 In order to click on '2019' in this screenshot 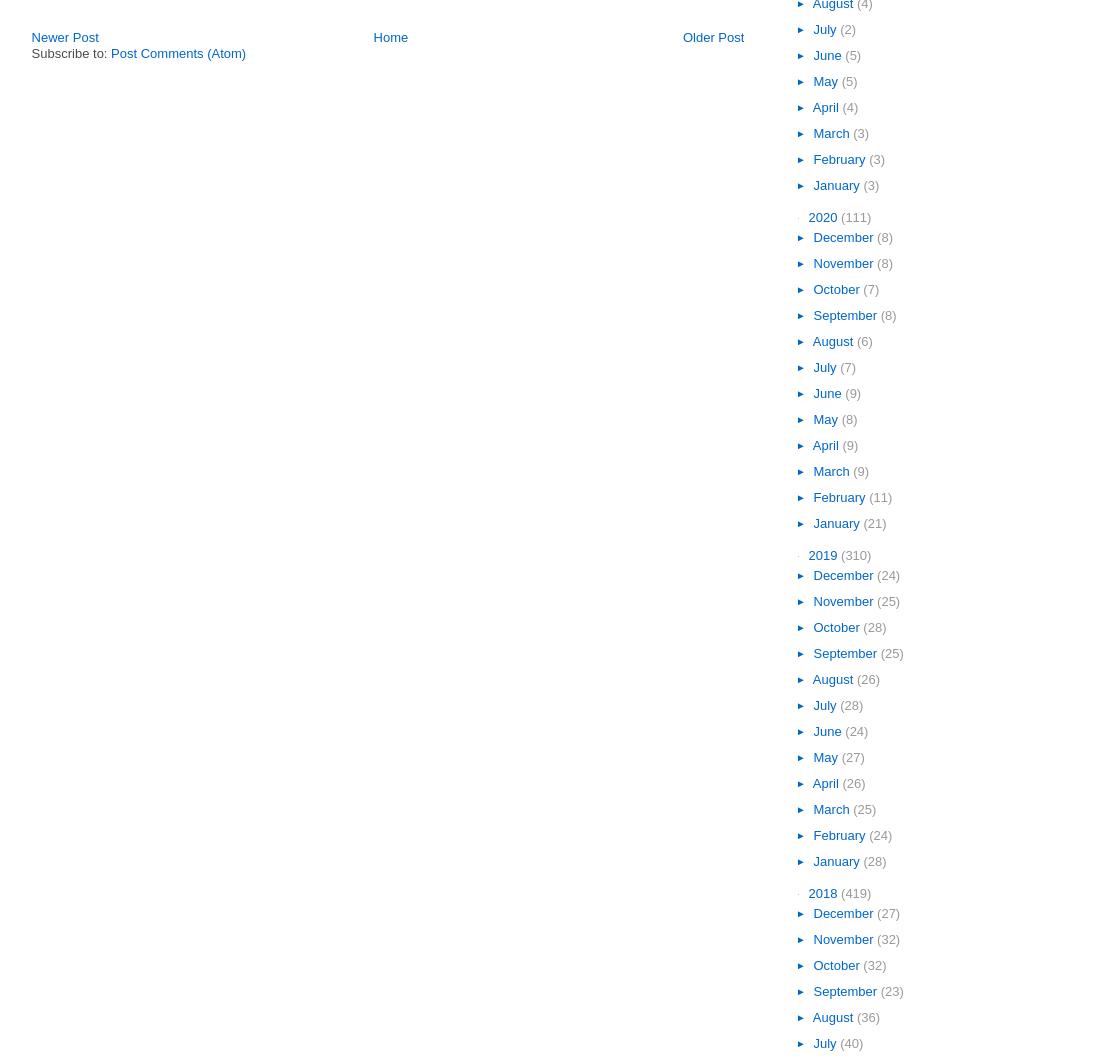, I will do `click(824, 555)`.